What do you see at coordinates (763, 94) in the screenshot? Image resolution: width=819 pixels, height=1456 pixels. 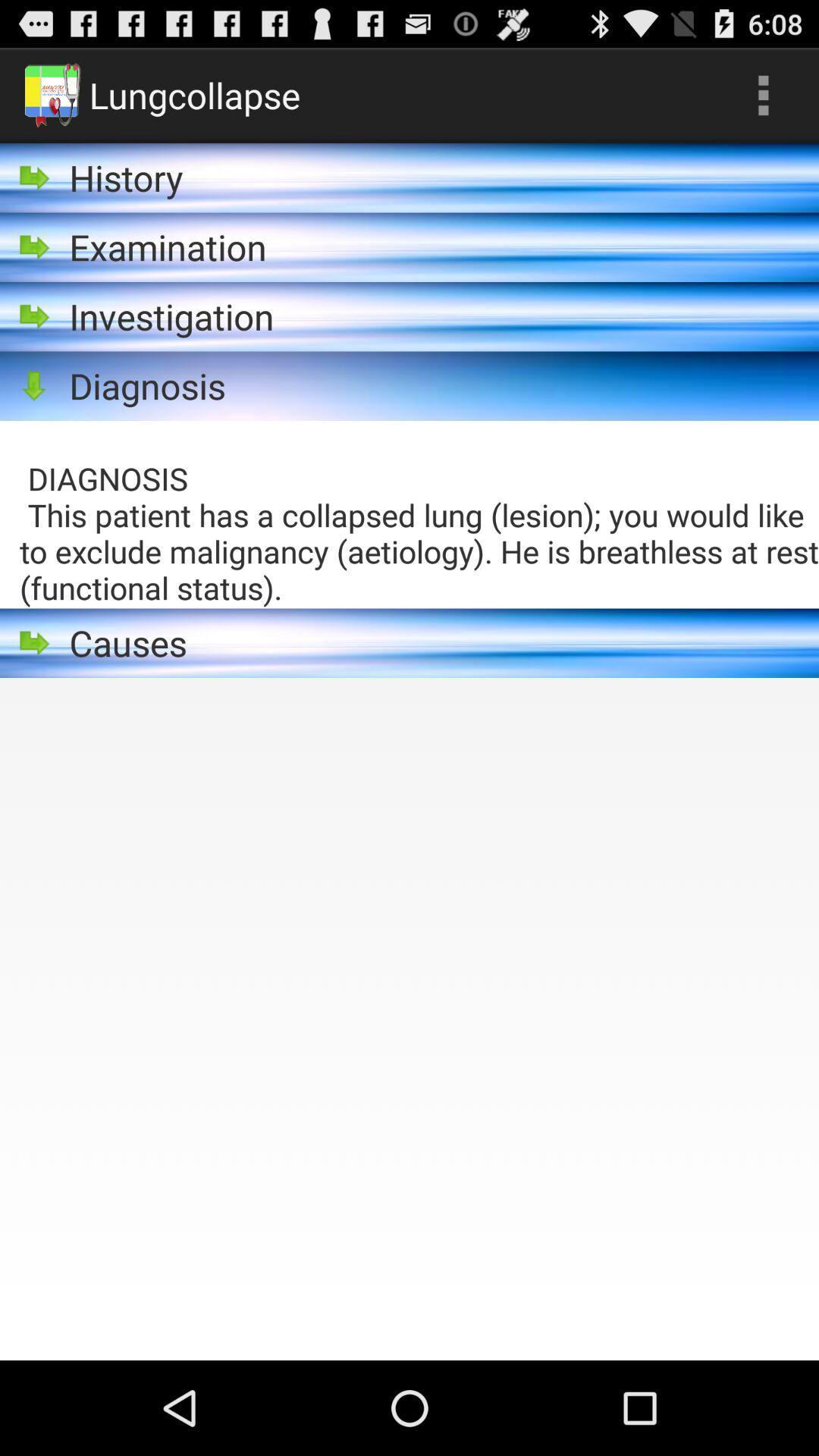 I see `icon to the right of lungcollapse item` at bounding box center [763, 94].